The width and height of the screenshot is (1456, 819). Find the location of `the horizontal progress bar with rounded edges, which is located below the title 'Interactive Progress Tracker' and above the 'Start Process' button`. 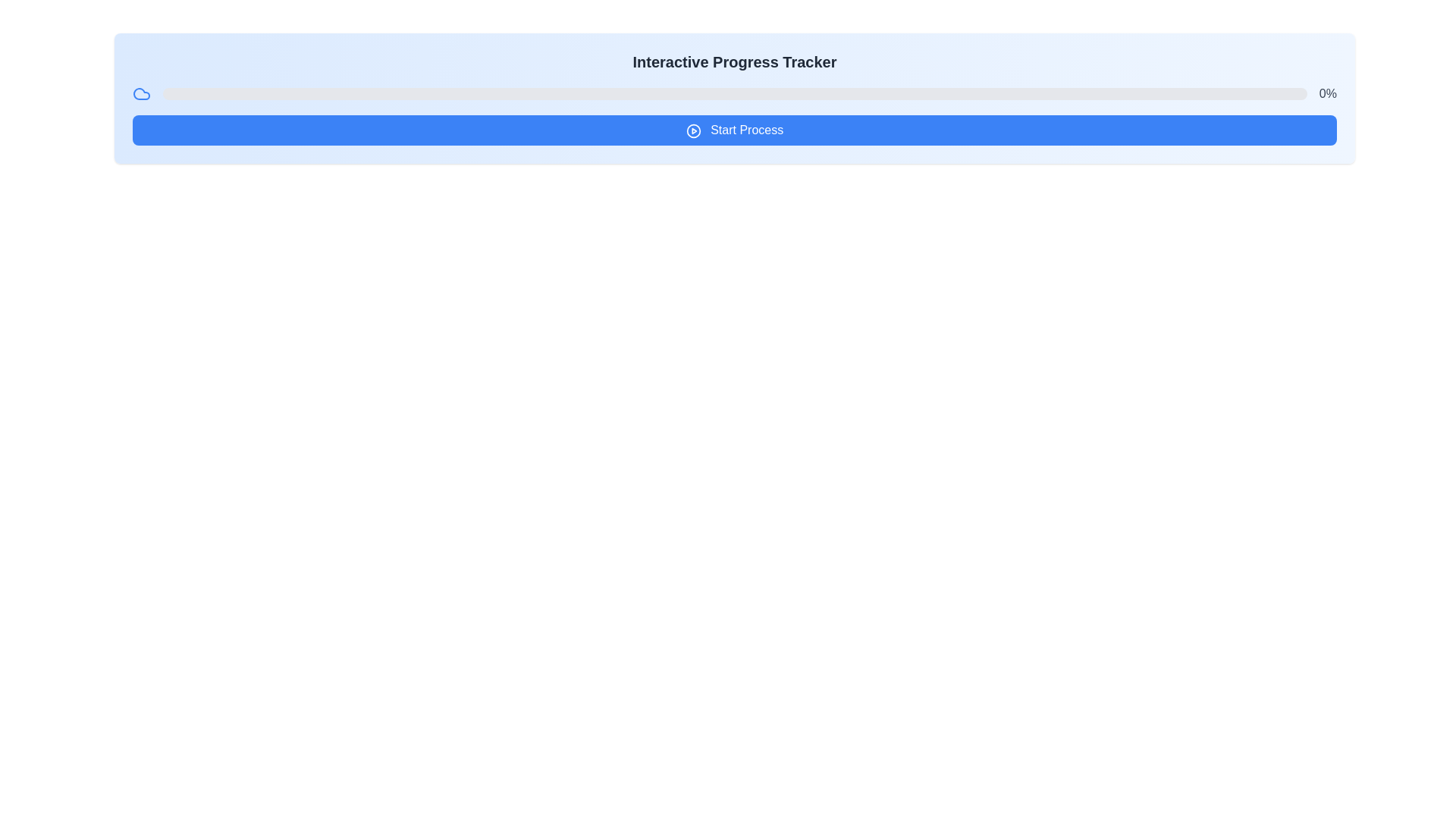

the horizontal progress bar with rounded edges, which is located below the title 'Interactive Progress Tracker' and above the 'Start Process' button is located at coordinates (735, 93).